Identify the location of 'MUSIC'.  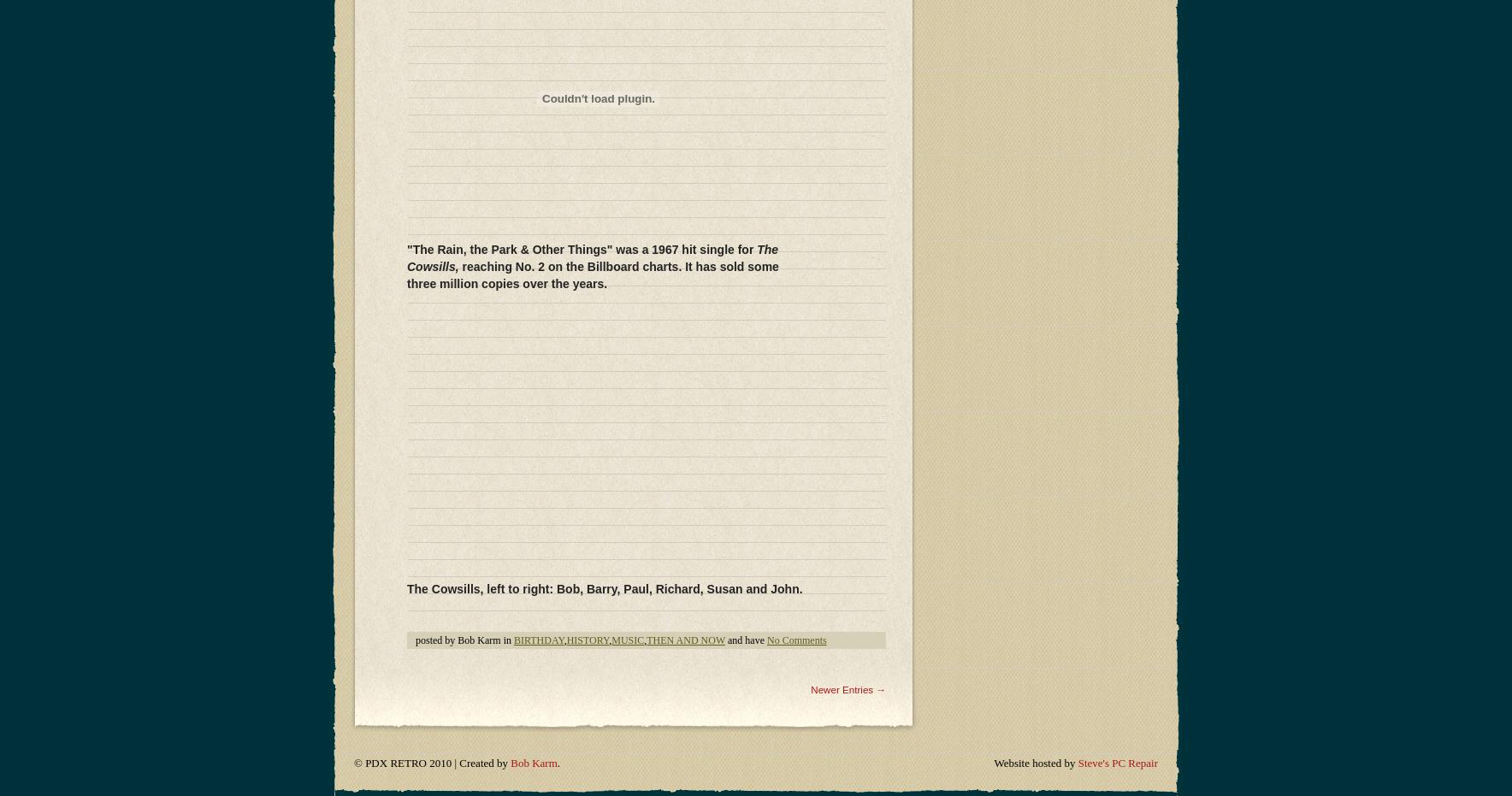
(628, 218).